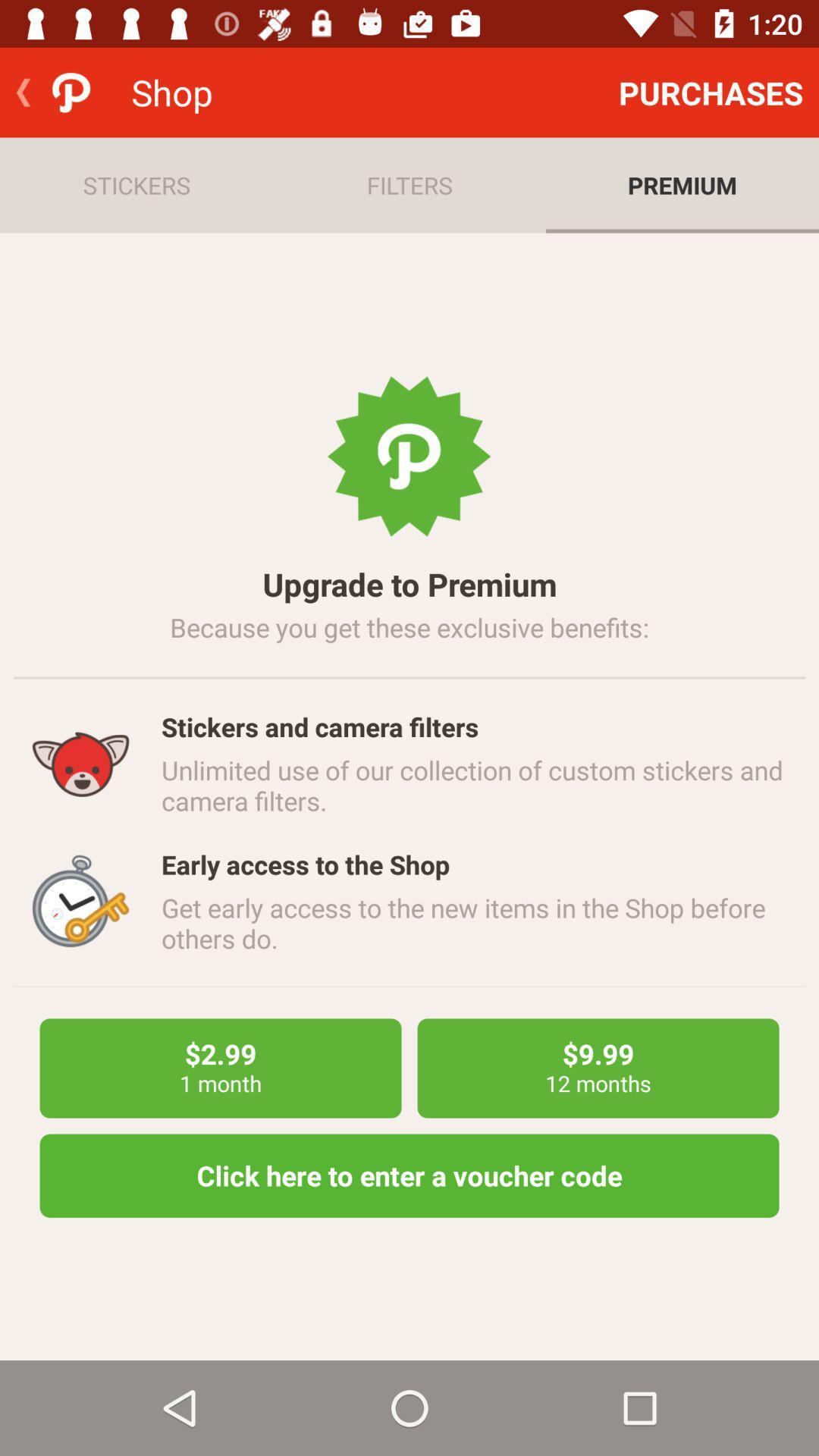 Image resolution: width=819 pixels, height=1456 pixels. Describe the element at coordinates (711, 92) in the screenshot. I see `purchases item` at that location.